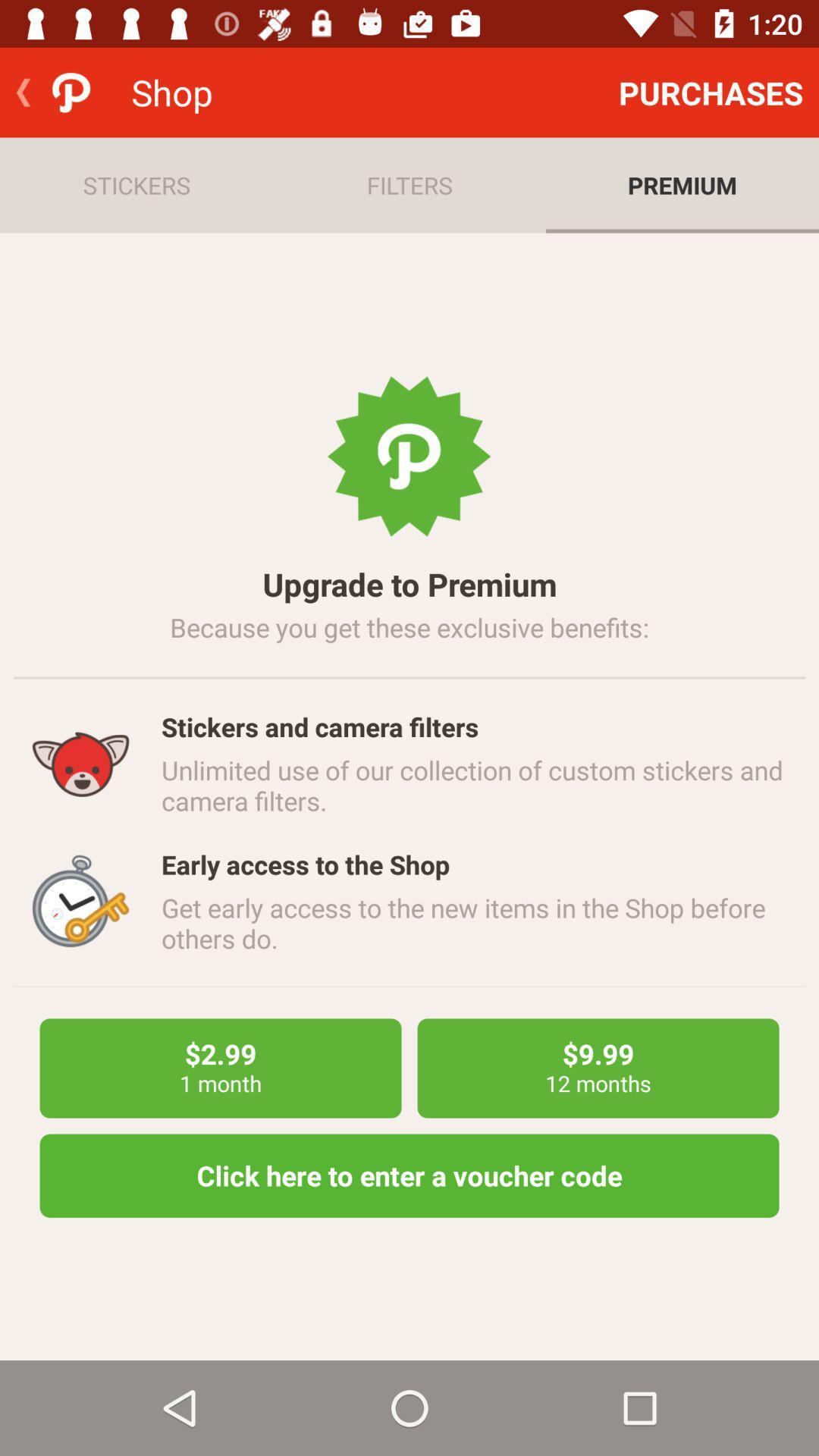 Image resolution: width=819 pixels, height=1456 pixels. Describe the element at coordinates (711, 92) in the screenshot. I see `purchases item` at that location.